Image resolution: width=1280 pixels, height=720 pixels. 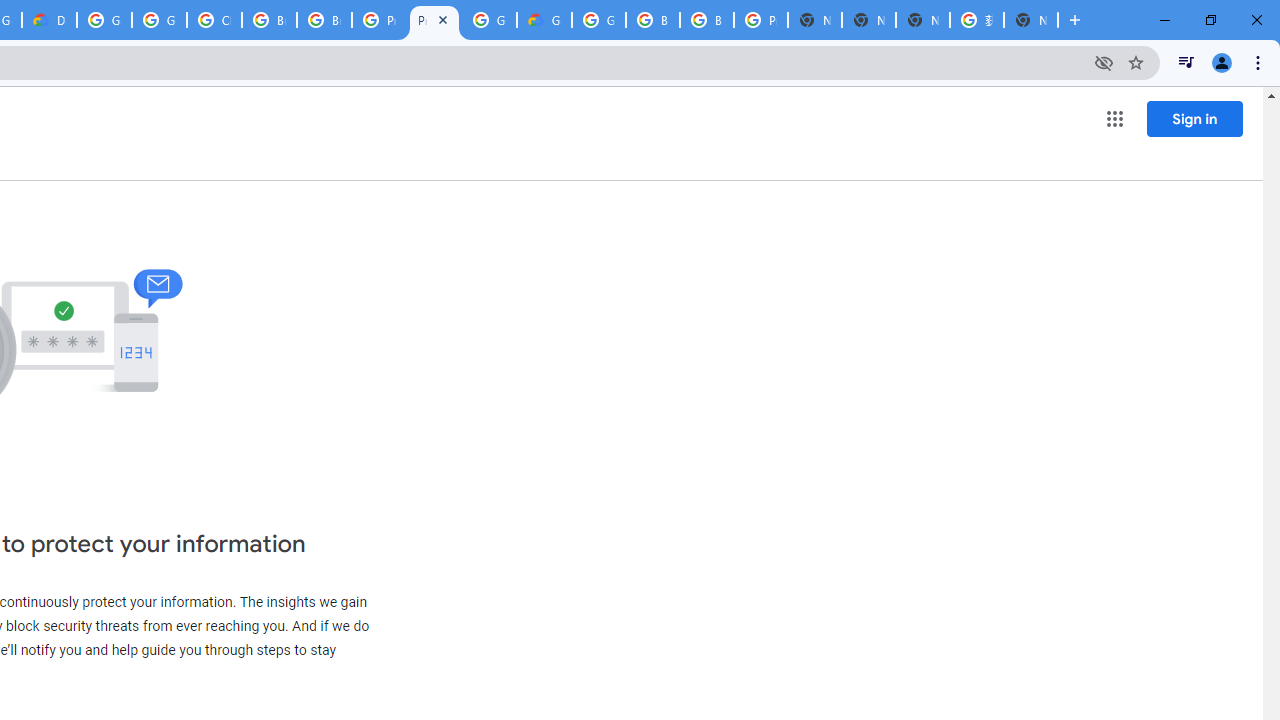 I want to click on 'Browse Chrome as a guest - Computer - Google Chrome Help', so click(x=268, y=20).